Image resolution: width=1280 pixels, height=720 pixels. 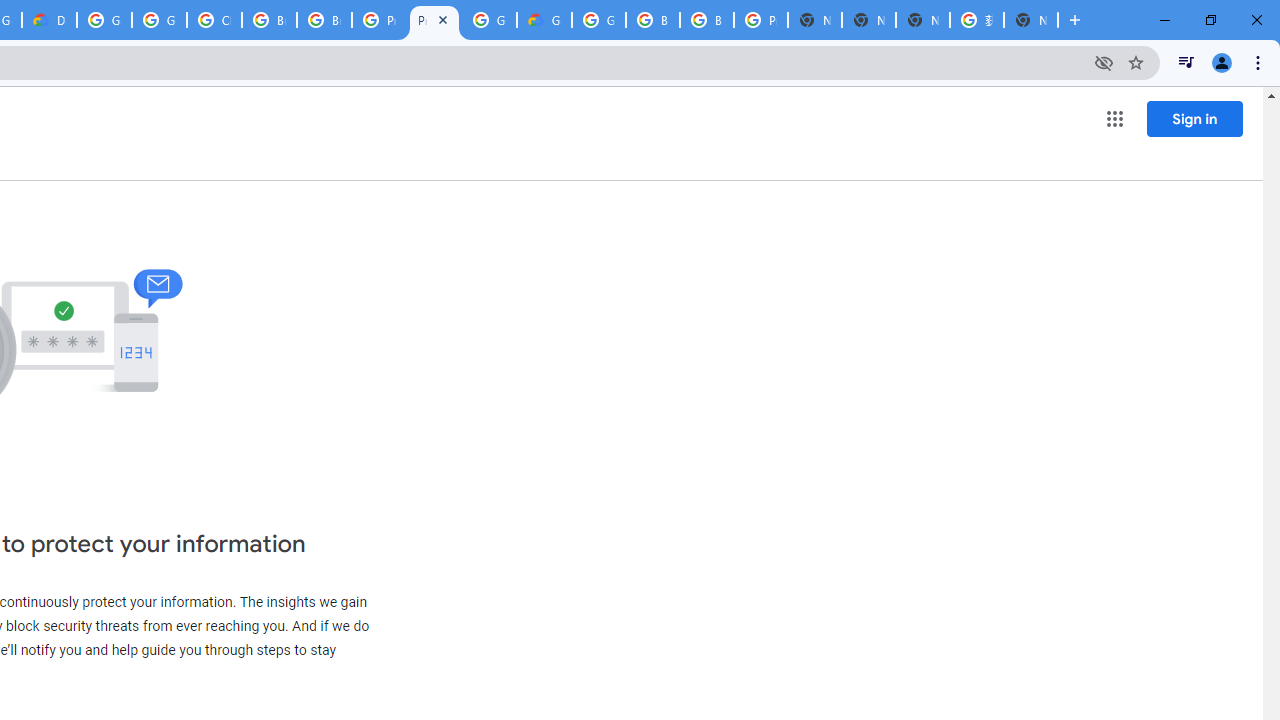 I want to click on 'Browse Chrome as a guest - Computer - Google Chrome Help', so click(x=268, y=20).